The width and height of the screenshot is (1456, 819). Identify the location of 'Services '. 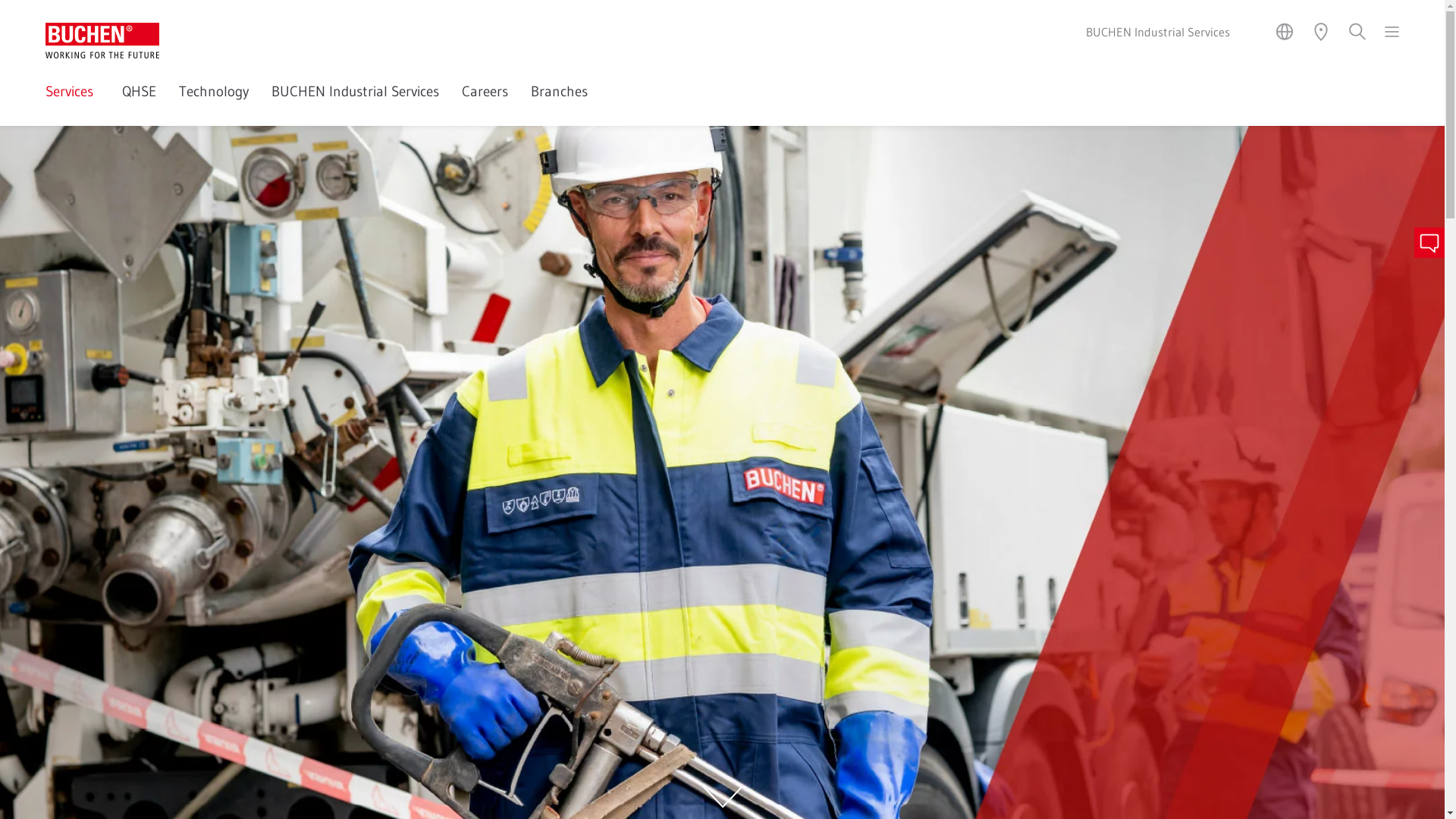
(45, 102).